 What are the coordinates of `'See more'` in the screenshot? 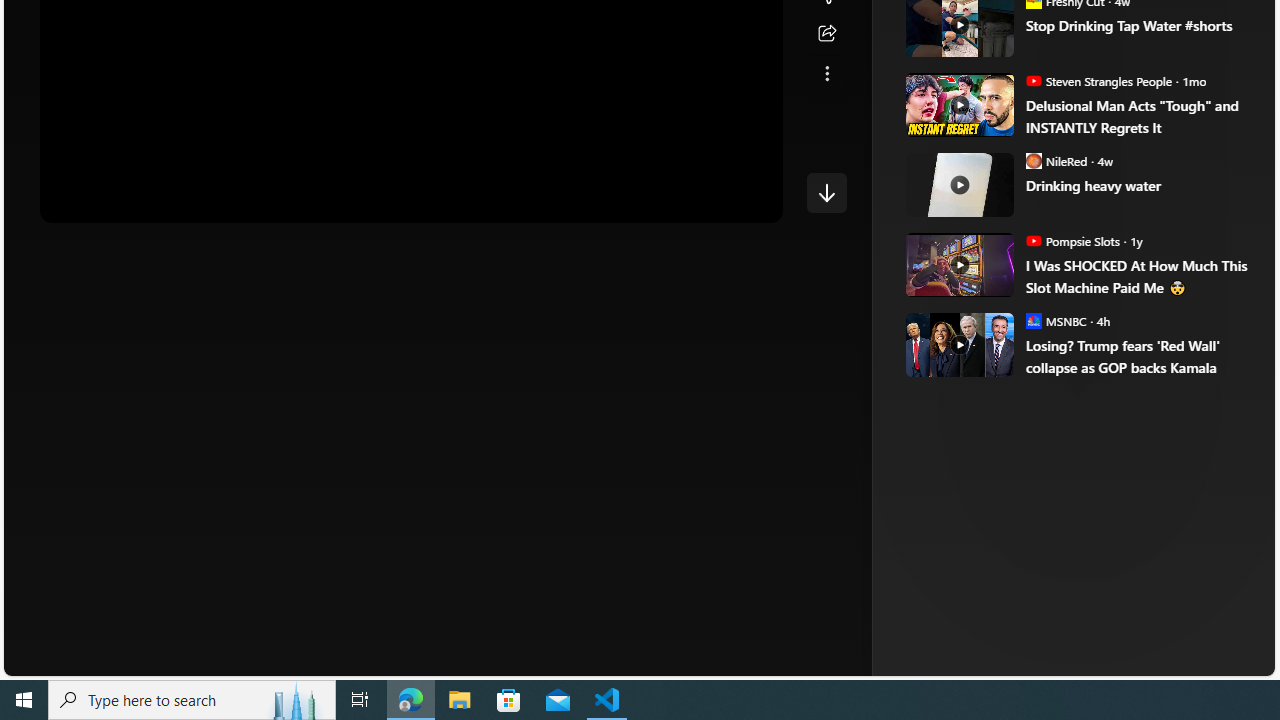 It's located at (826, 73).